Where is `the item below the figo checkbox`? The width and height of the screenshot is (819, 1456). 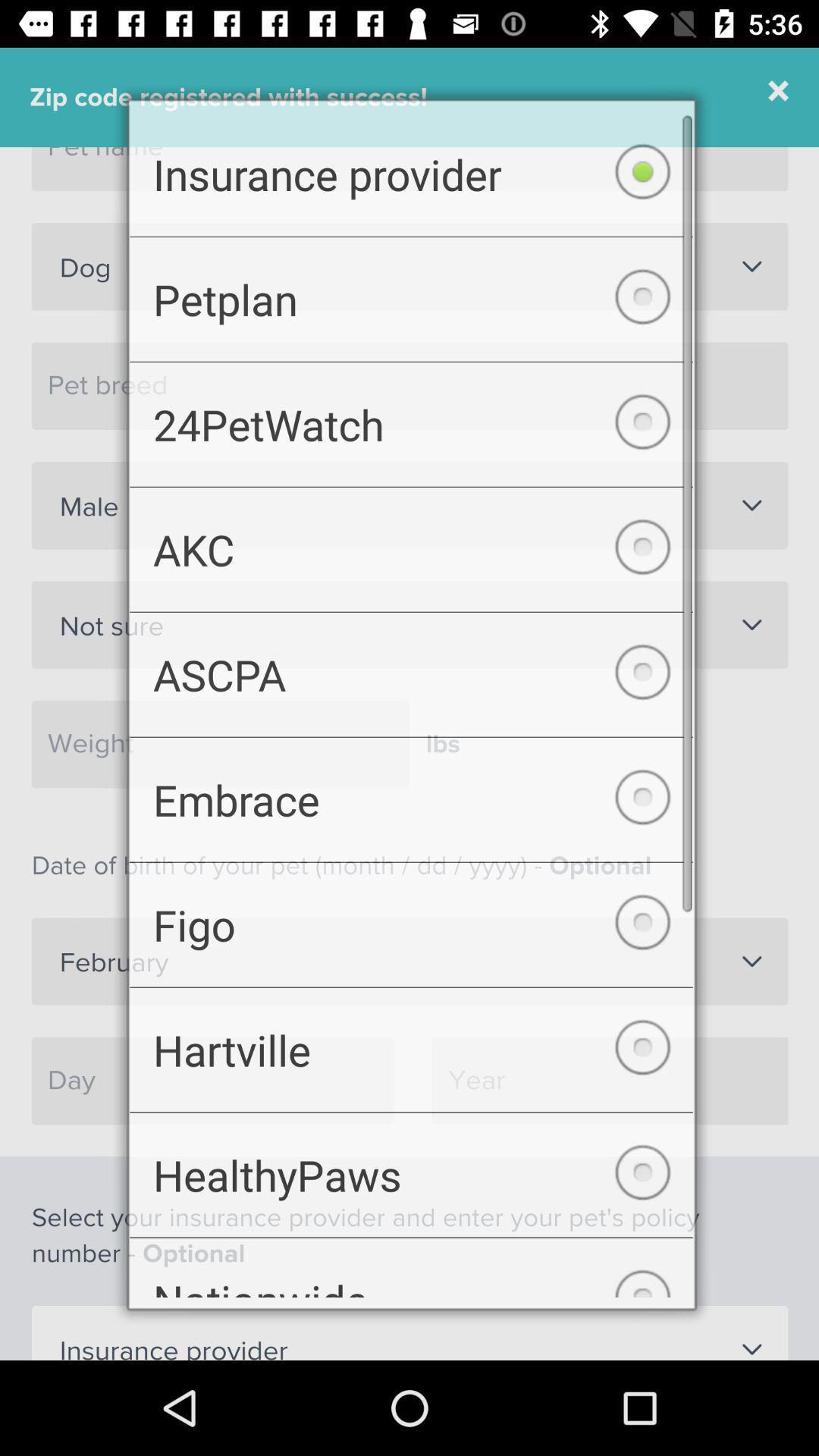 the item below the figo checkbox is located at coordinates (411, 1059).